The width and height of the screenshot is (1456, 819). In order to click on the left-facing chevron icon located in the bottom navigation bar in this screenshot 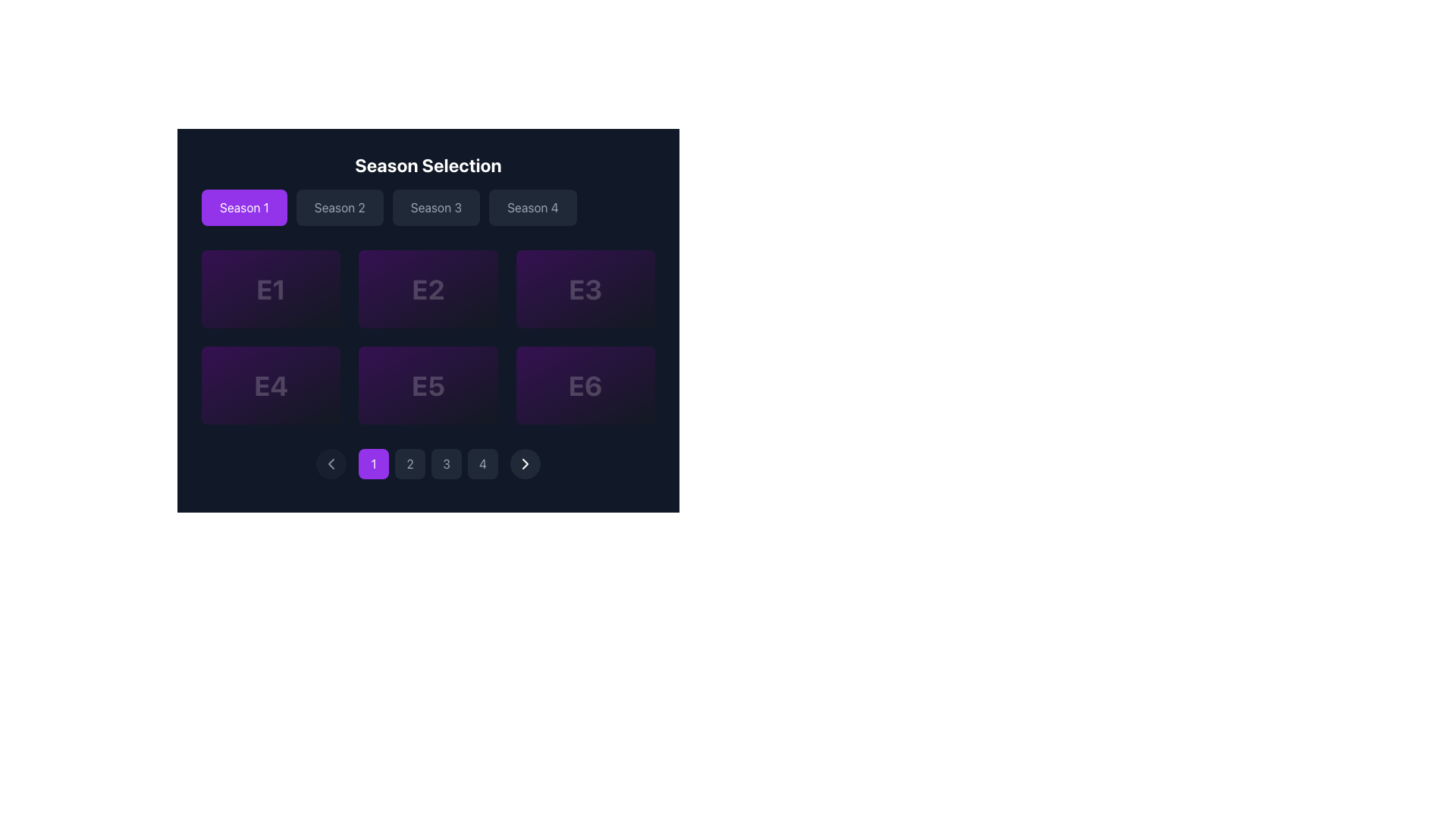, I will do `click(330, 463)`.